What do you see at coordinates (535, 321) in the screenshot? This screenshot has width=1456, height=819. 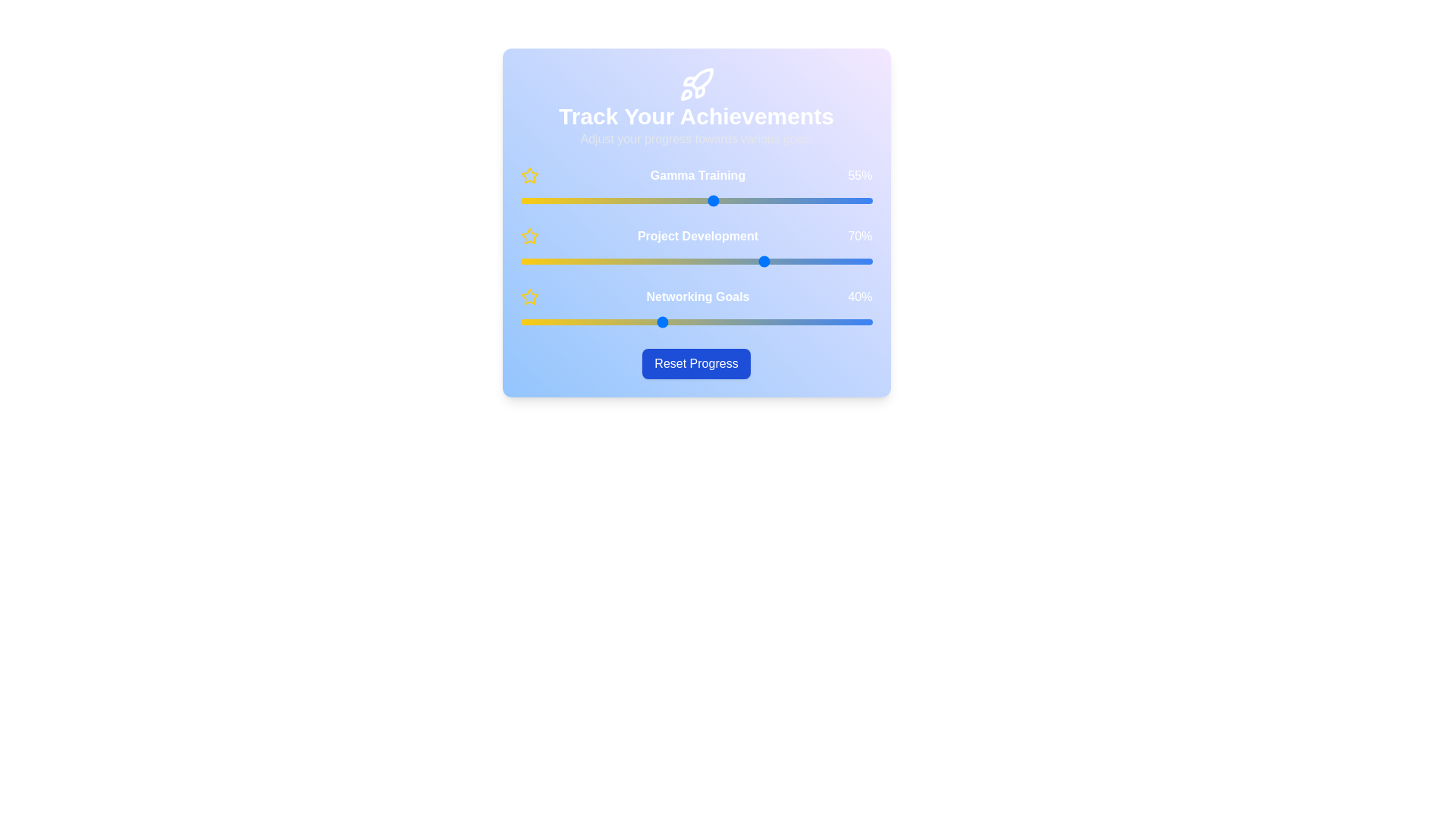 I see `the 'Networking Goals' slider to 4%` at bounding box center [535, 321].